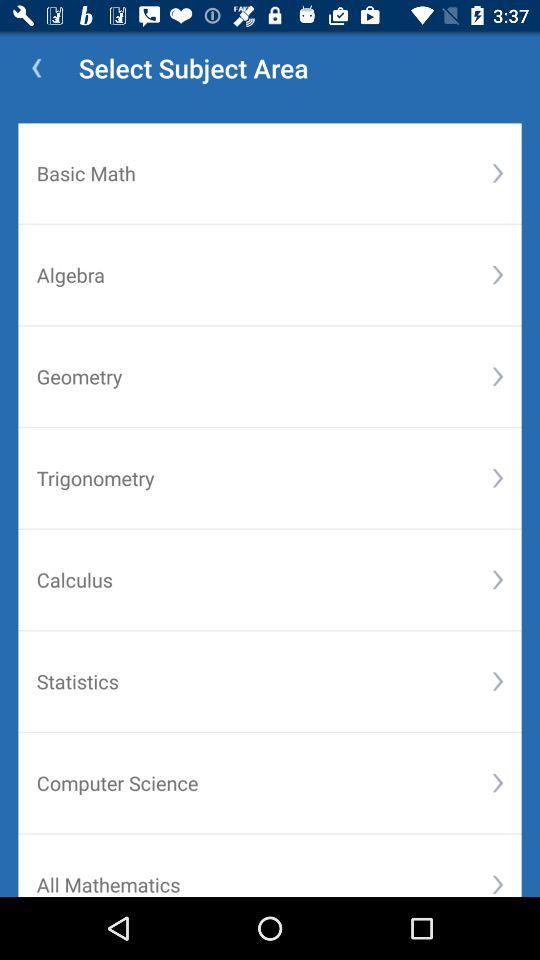 The image size is (540, 960). Describe the element at coordinates (264, 478) in the screenshot. I see `trigonometry` at that location.